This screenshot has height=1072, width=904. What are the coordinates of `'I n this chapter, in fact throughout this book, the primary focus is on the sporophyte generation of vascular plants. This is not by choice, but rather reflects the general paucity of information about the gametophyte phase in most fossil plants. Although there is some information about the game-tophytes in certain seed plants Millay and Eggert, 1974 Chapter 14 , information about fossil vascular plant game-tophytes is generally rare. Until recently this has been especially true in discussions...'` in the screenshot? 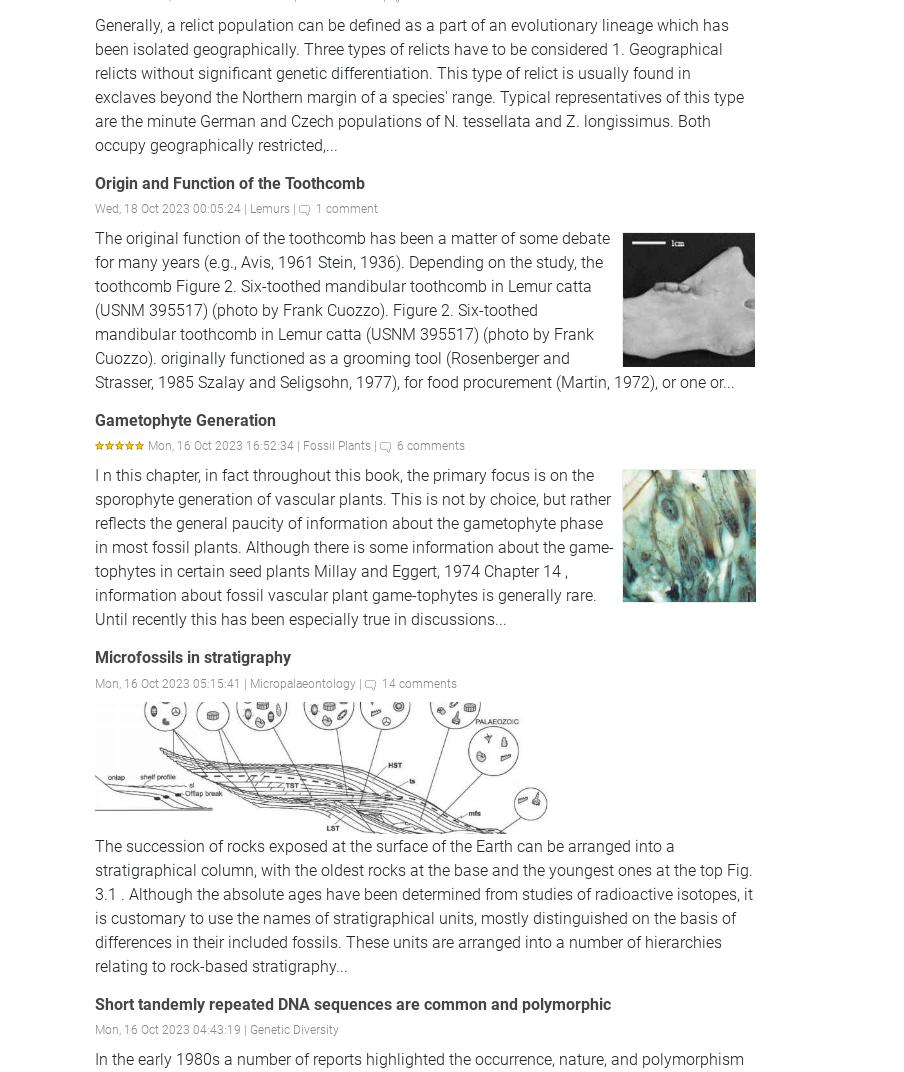 It's located at (353, 546).